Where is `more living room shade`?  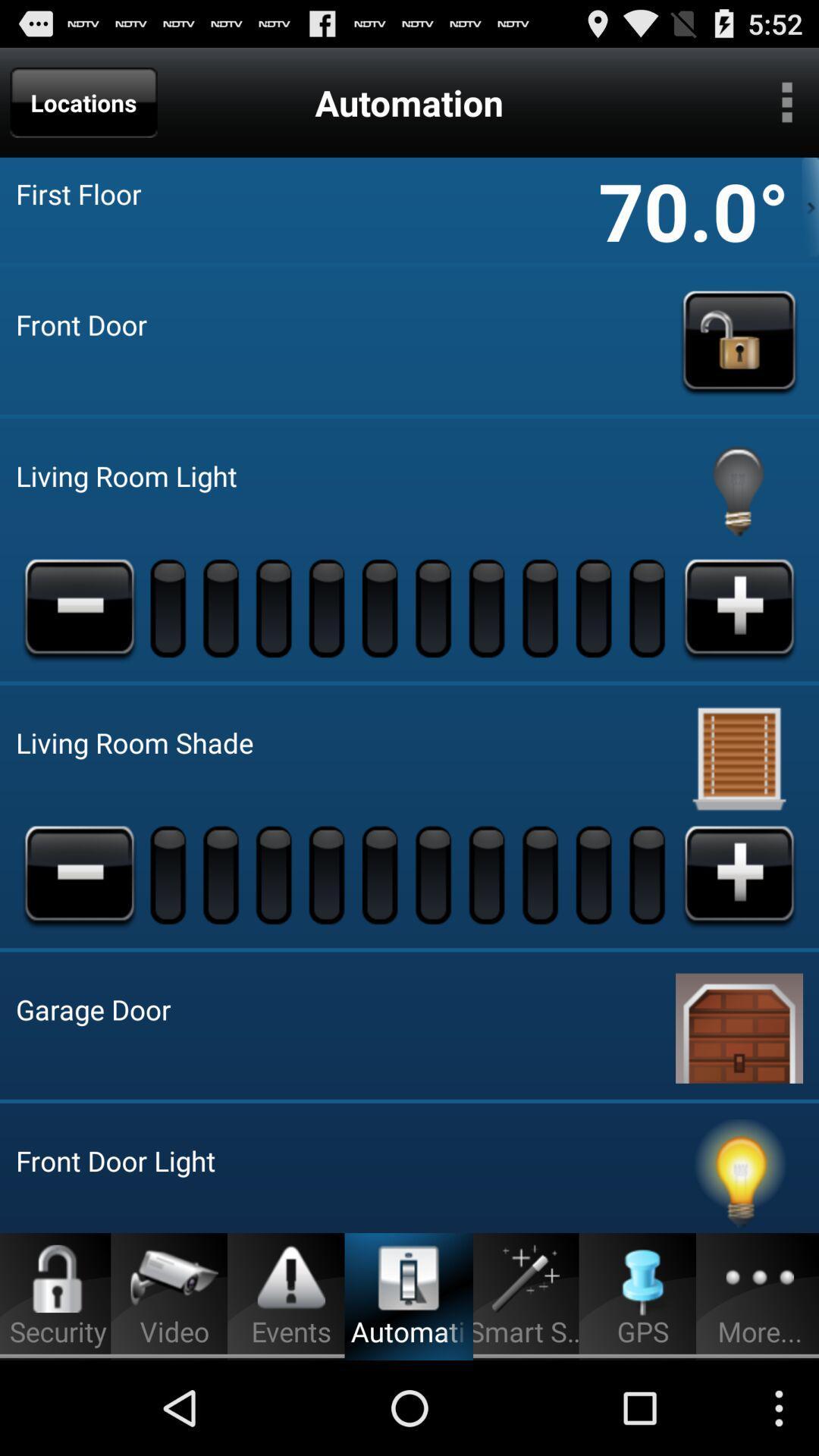 more living room shade is located at coordinates (739, 874).